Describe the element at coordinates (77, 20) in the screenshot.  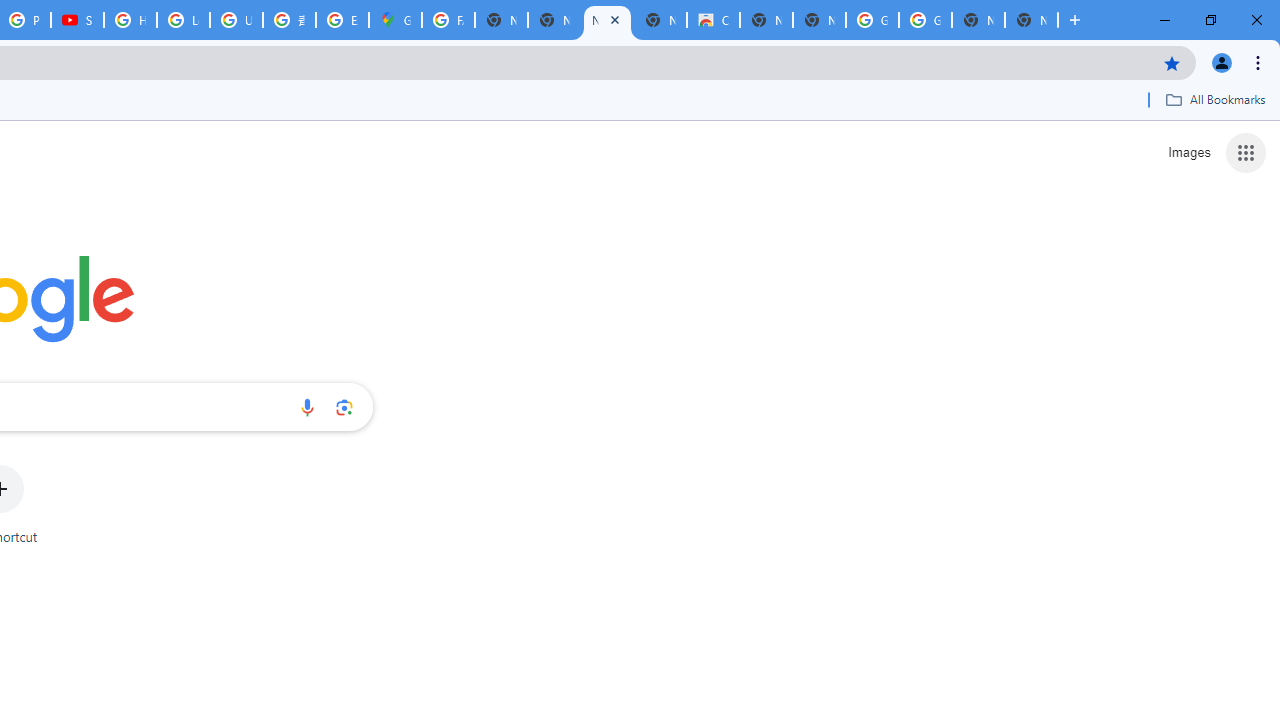
I see `'Subscriptions - YouTube'` at that location.